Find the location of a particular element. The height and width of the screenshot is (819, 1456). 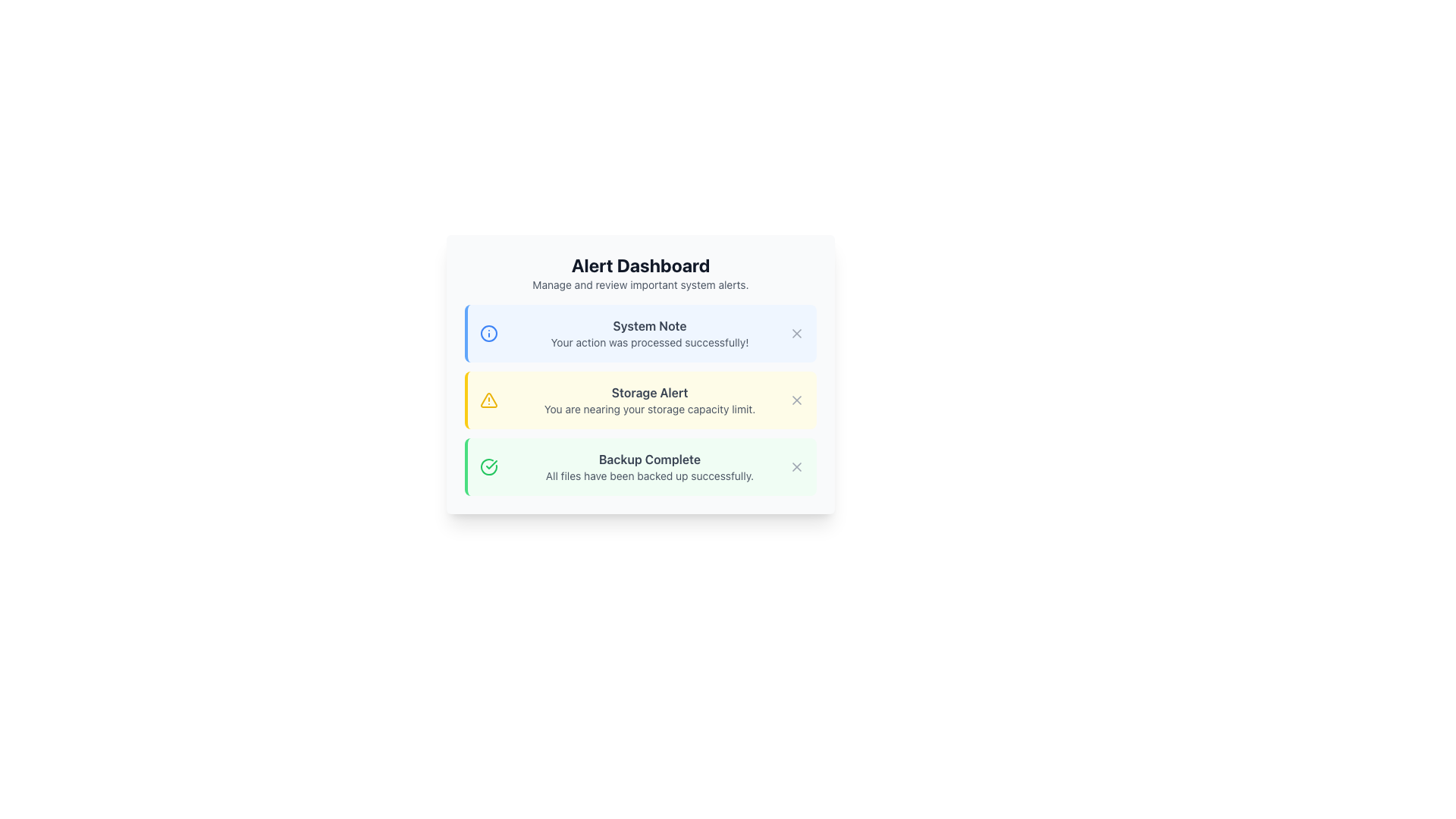

the circular SVG graphic with a blue border that is part of the 'System Note' icon, indicating its functionality is located at coordinates (488, 332).